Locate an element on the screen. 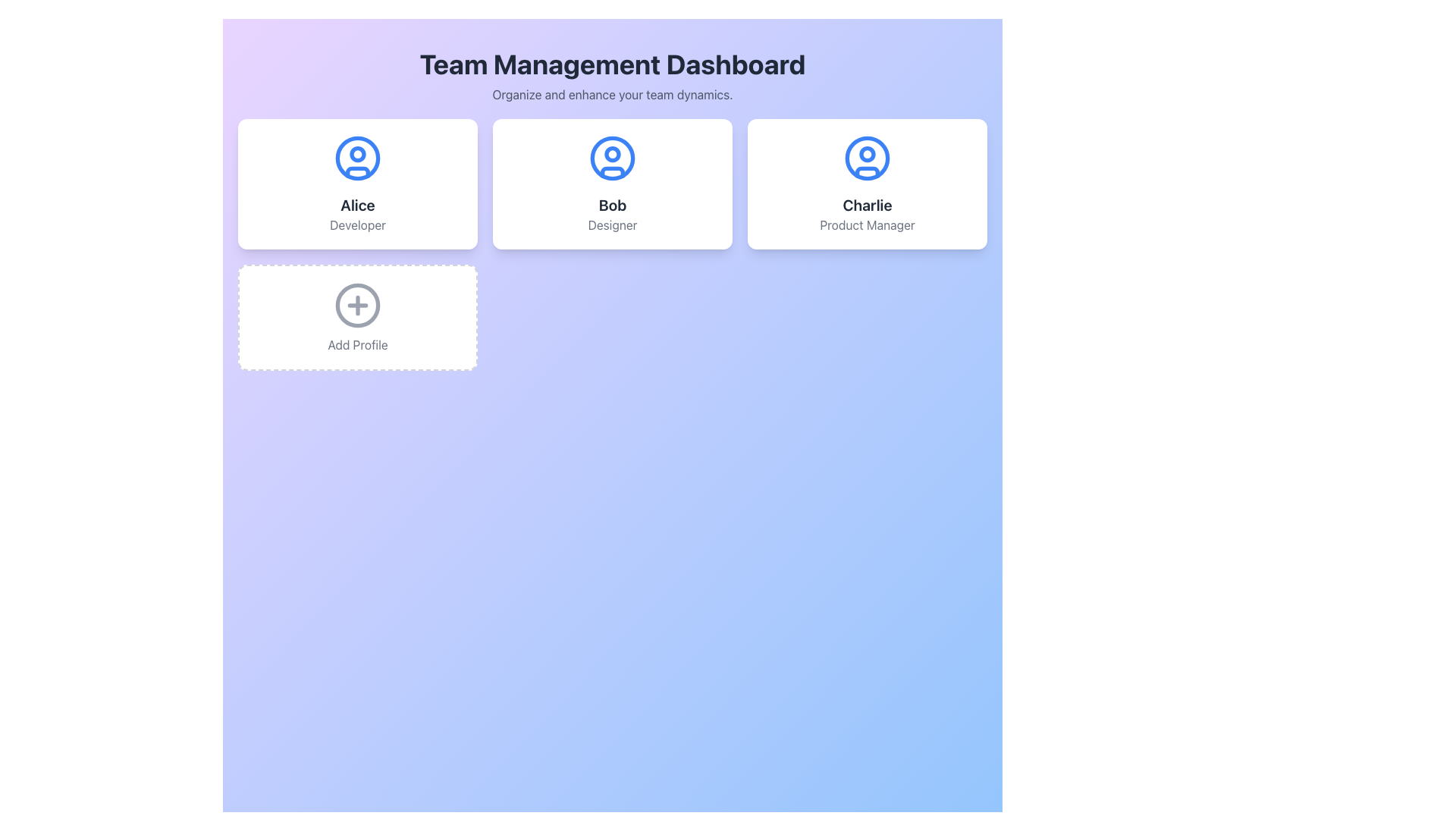 The image size is (1456, 819). the graphical circle representing the user profile icon for 'Charlie' in the team management dashboard is located at coordinates (867, 154).